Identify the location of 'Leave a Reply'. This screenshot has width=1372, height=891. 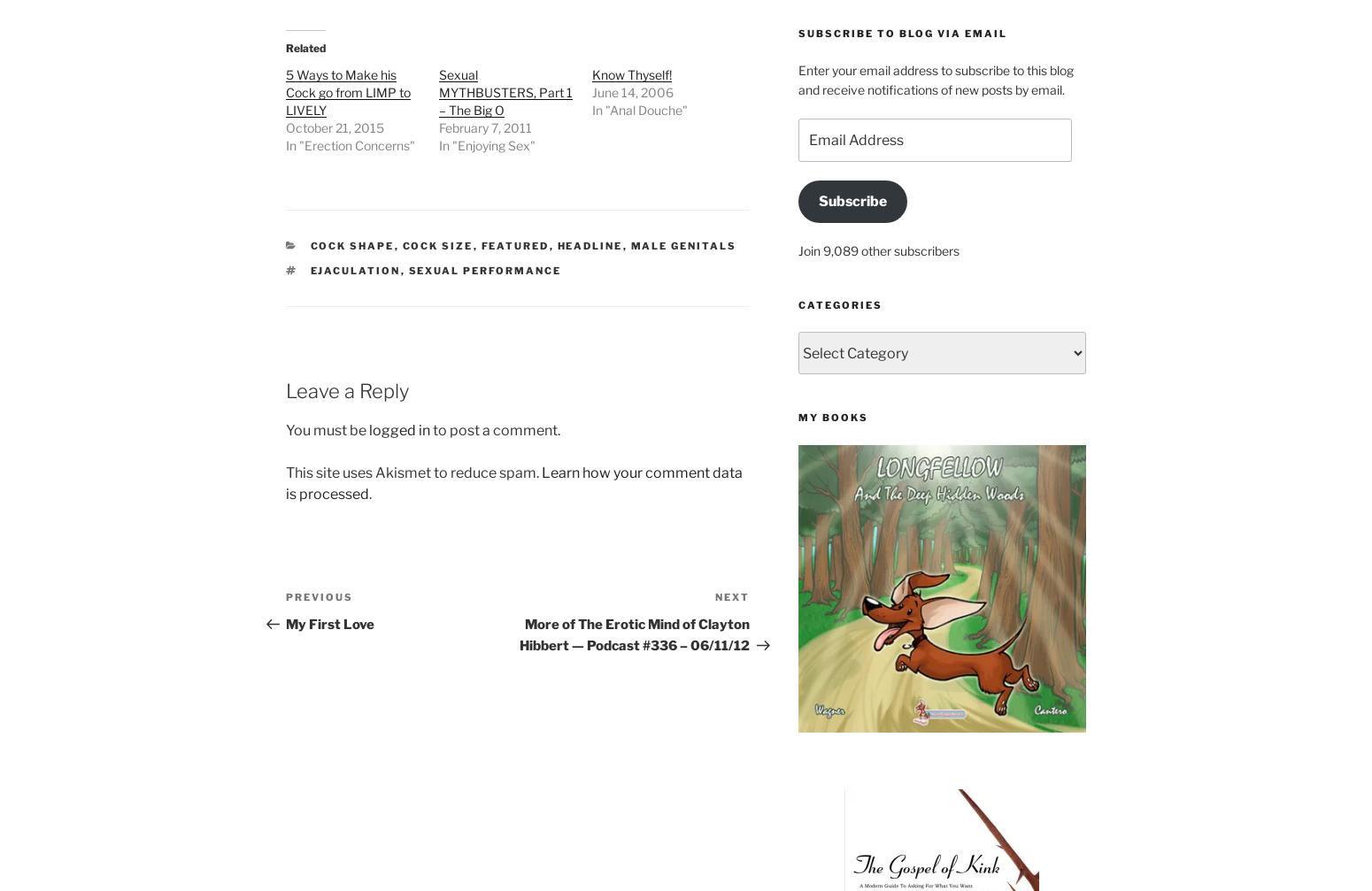
(285, 390).